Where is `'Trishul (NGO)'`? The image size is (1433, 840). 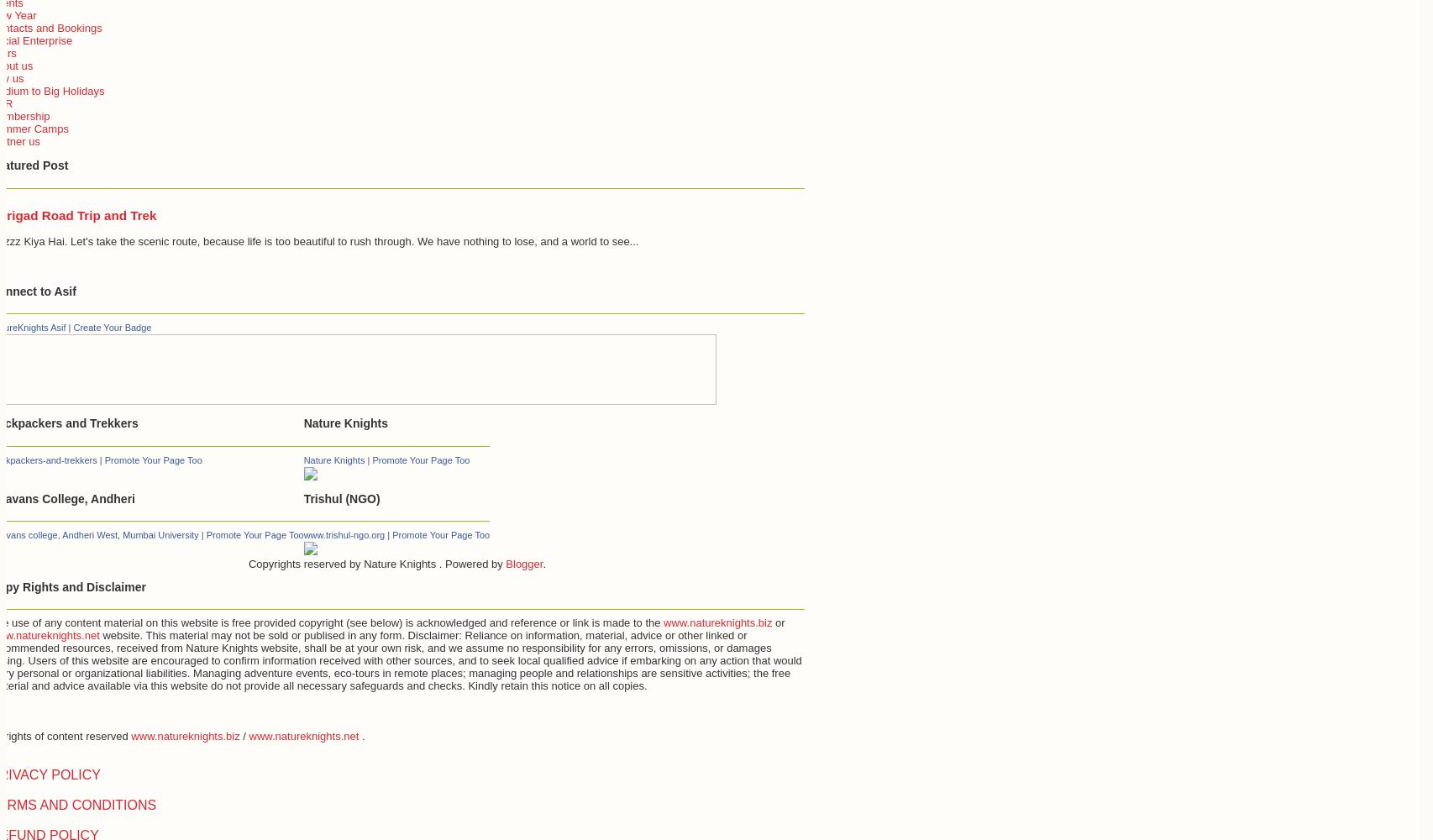 'Trishul (NGO)' is located at coordinates (341, 498).